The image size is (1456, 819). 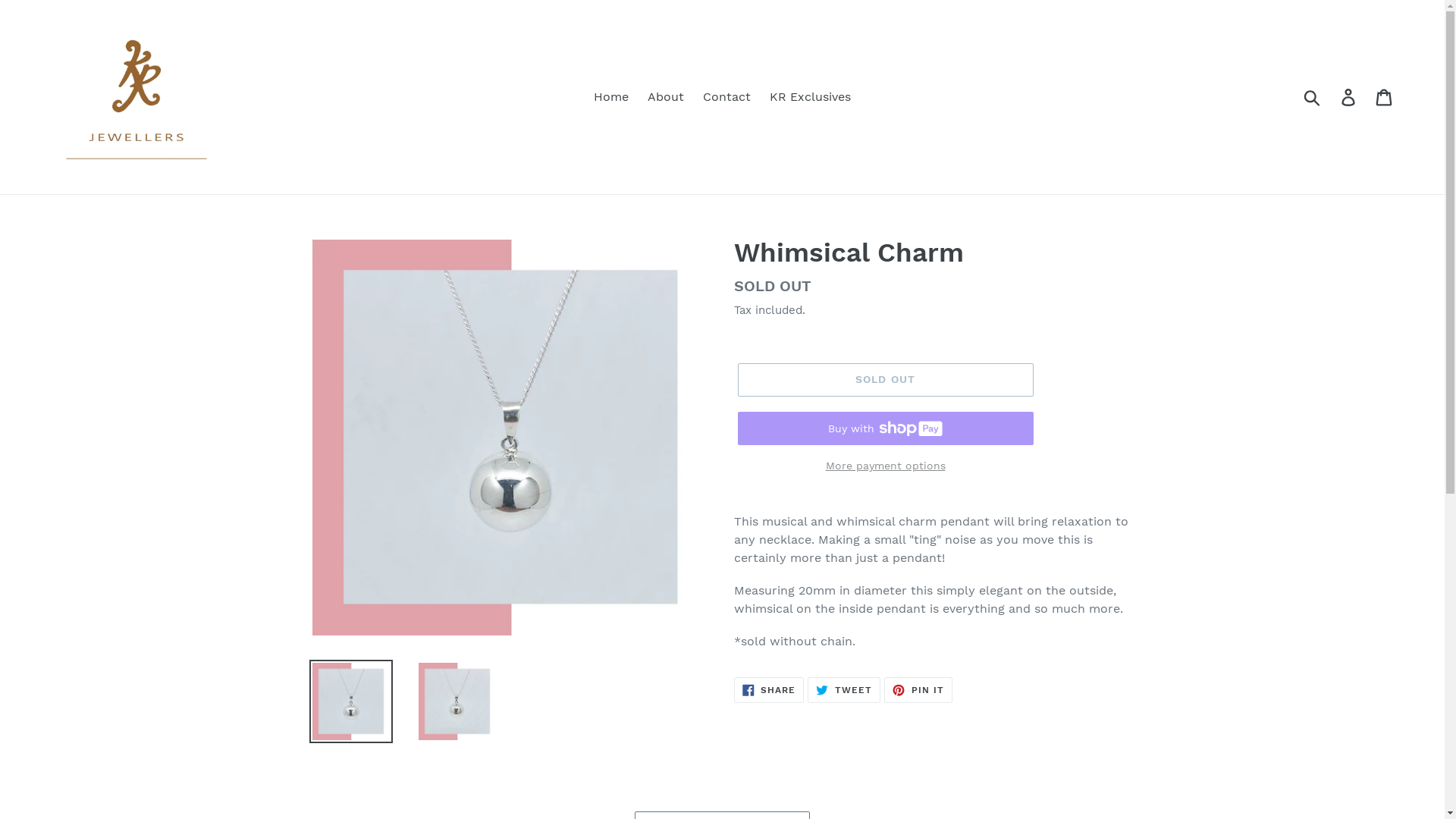 I want to click on 'Contact', so click(x=726, y=96).